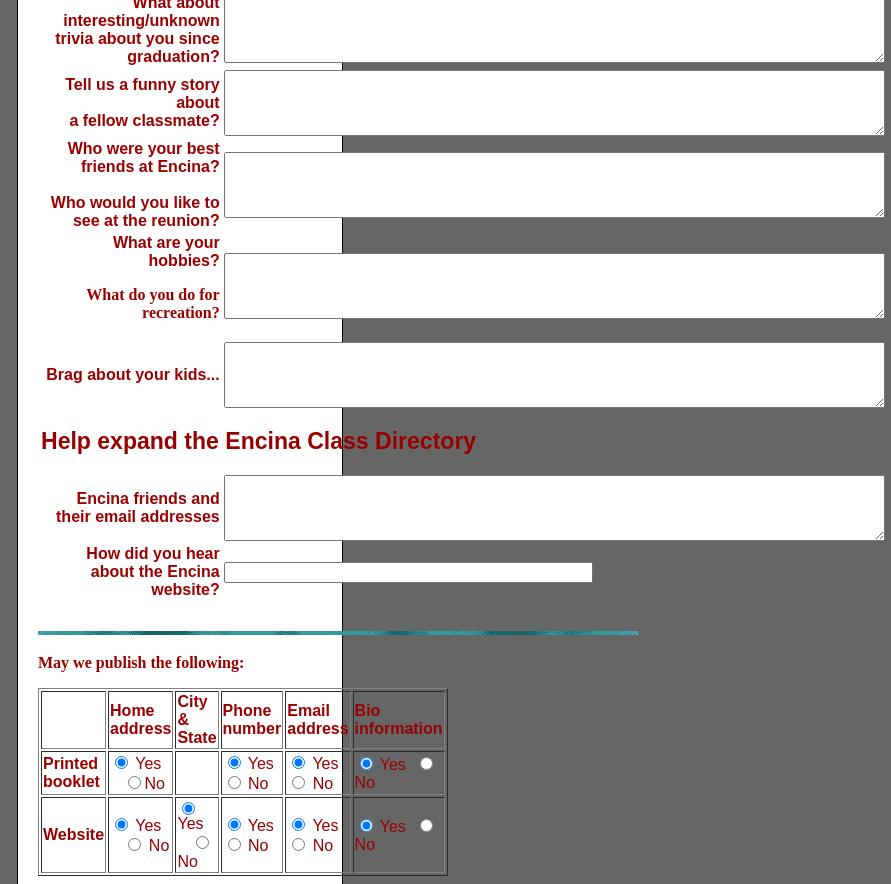 The image size is (891, 884). I want to click on 'Bio information', so click(398, 718).